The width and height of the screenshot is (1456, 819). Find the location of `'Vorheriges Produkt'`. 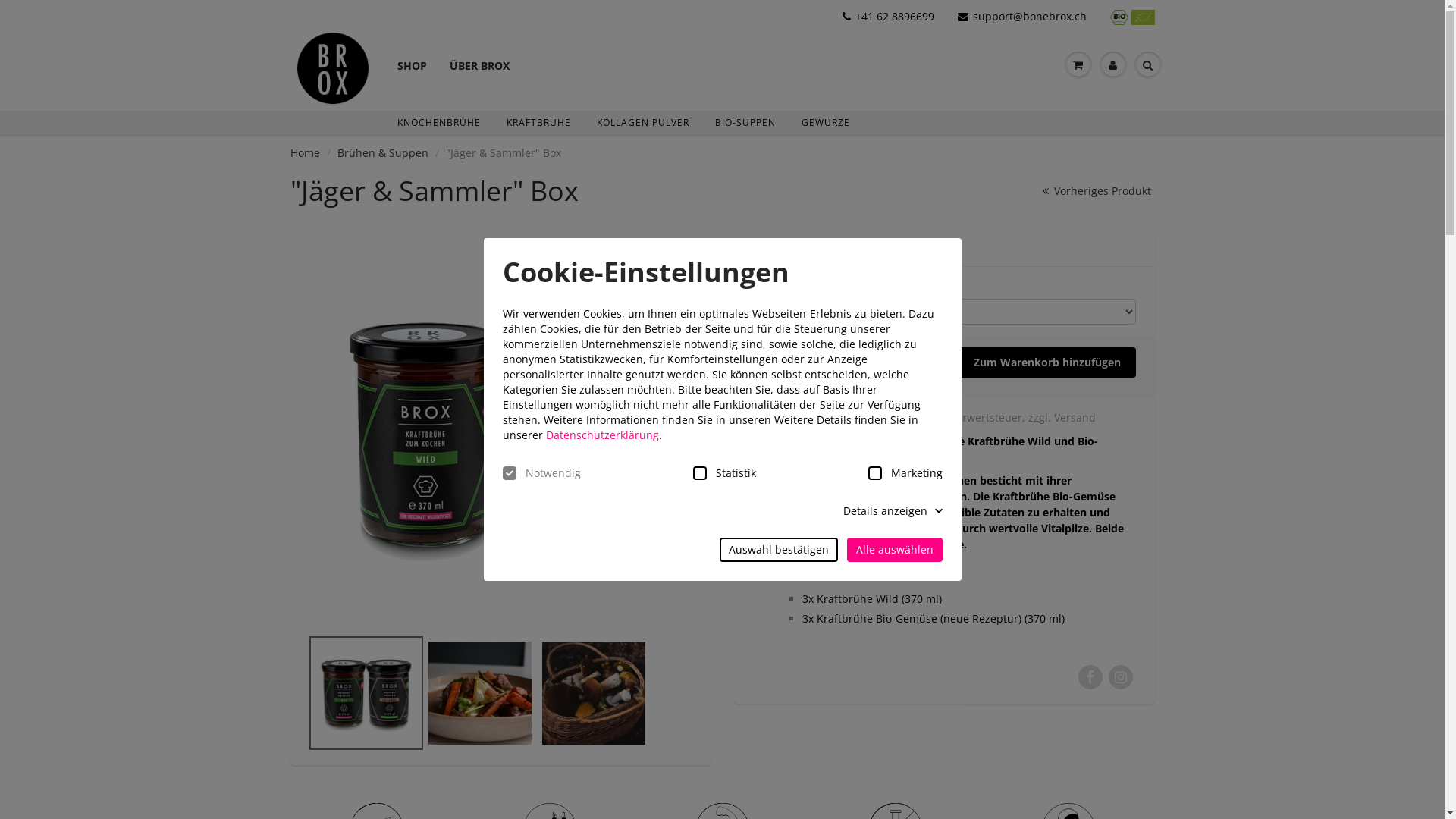

'Vorheriges Produkt' is located at coordinates (1035, 190).